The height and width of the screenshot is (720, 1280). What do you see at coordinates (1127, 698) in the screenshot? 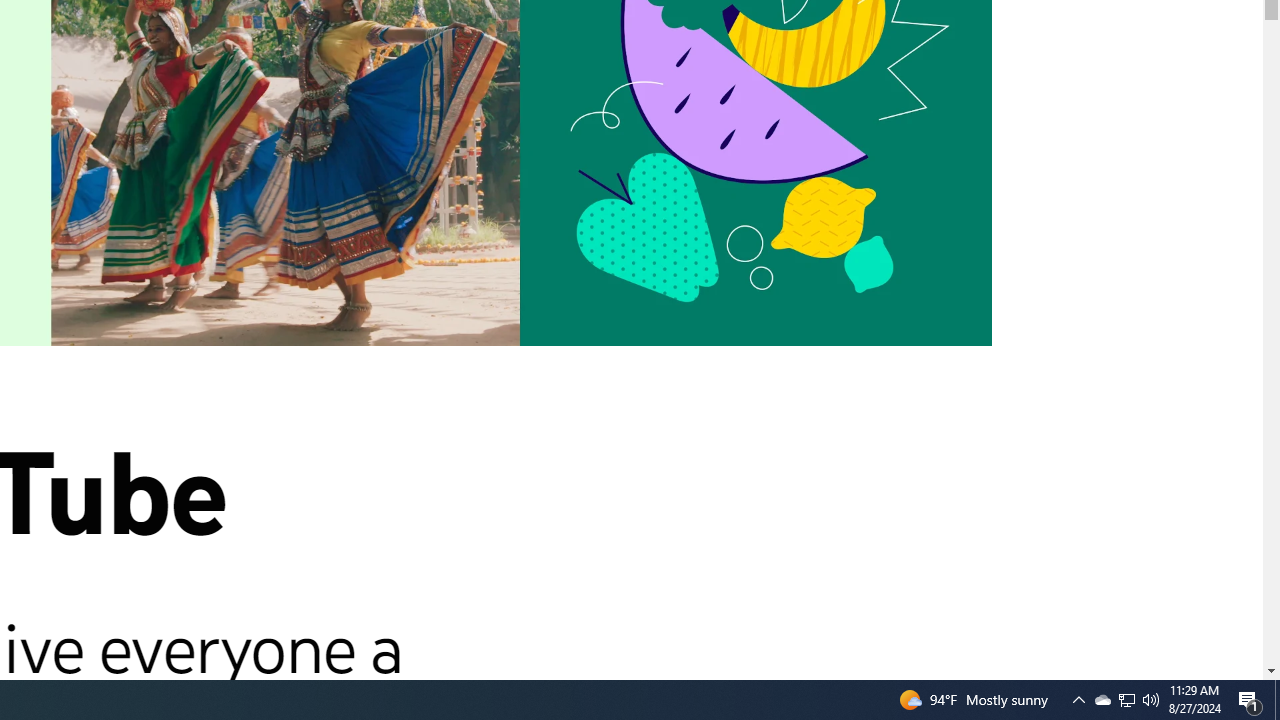
I see `'Q2790: 100%'` at bounding box center [1127, 698].